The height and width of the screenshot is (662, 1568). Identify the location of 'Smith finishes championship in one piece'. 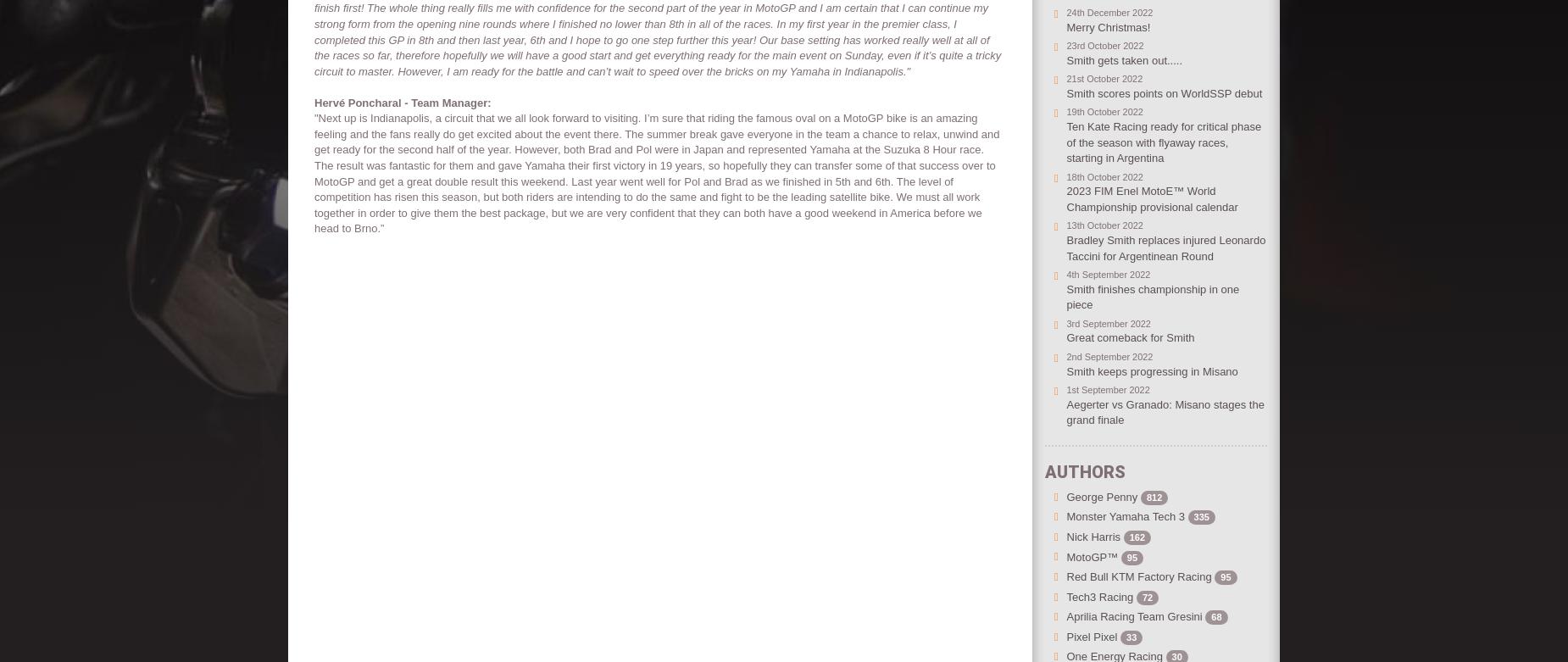
(1151, 296).